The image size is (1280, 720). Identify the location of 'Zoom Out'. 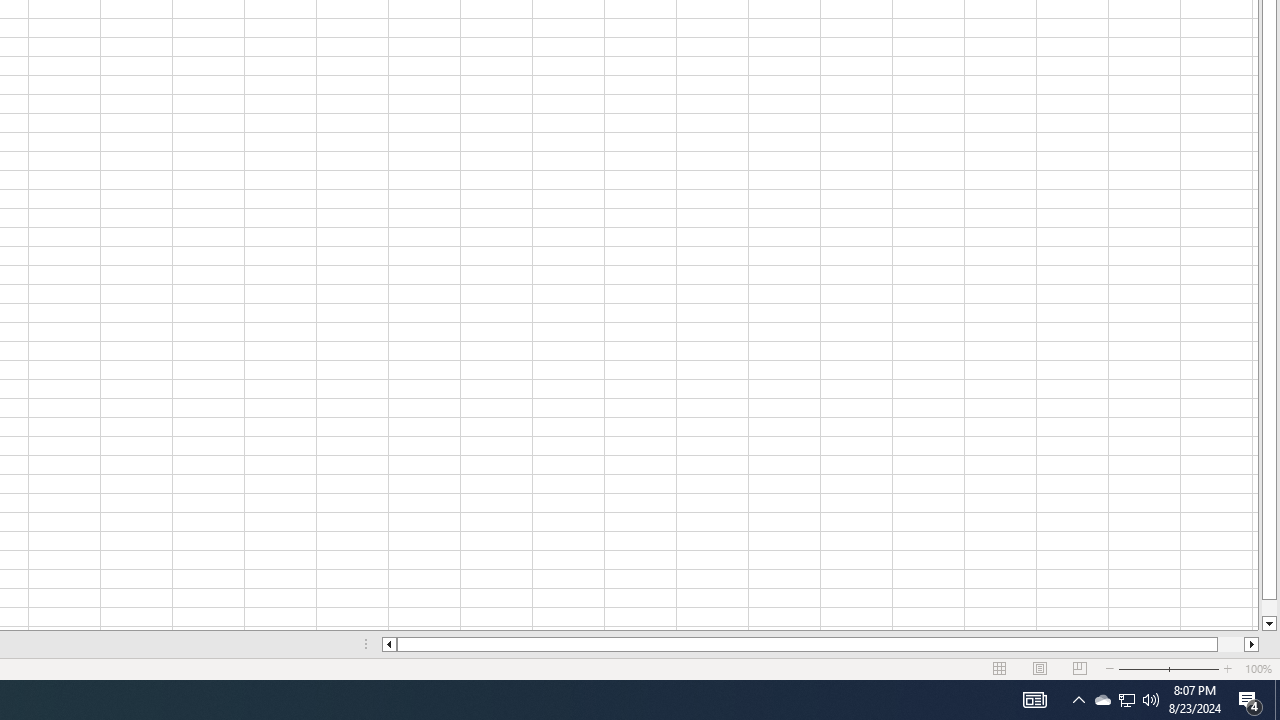
(1143, 669).